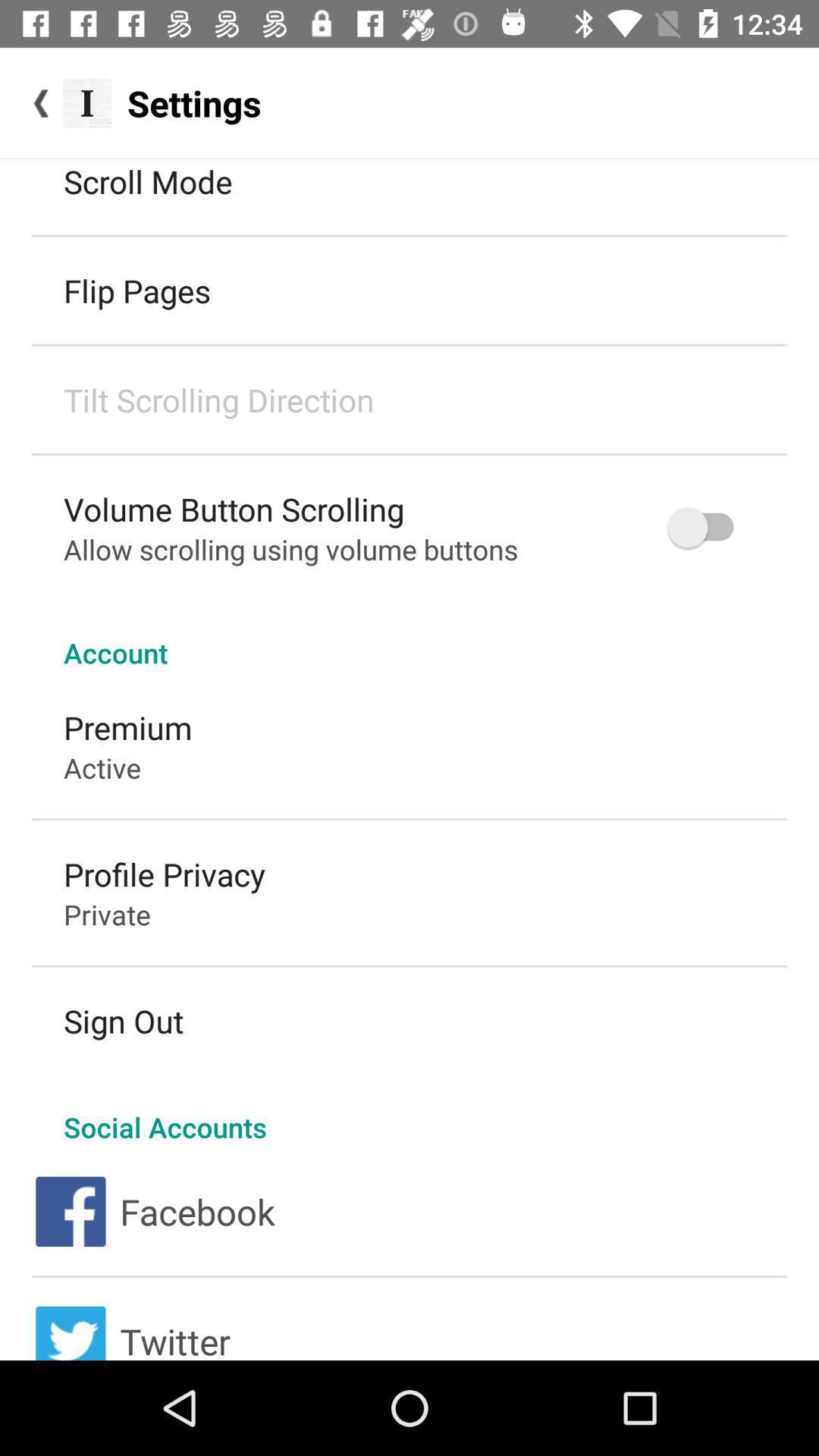 Image resolution: width=819 pixels, height=1456 pixels. What do you see at coordinates (196, 1210) in the screenshot?
I see `the icon below the social accounts icon` at bounding box center [196, 1210].